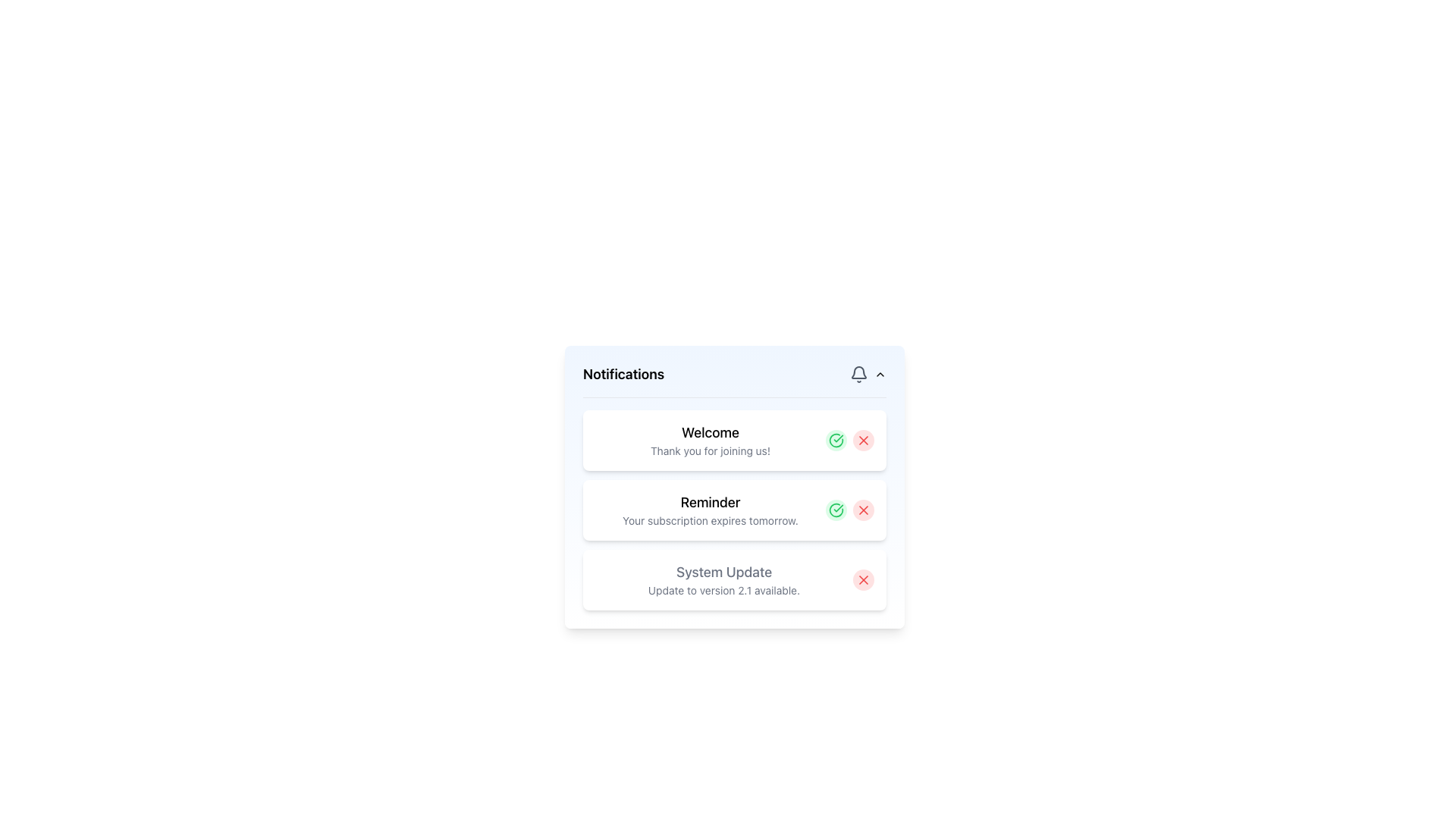  I want to click on the 'Reminder' text label element located in the second notification card from the top in the notification list, so click(709, 503).